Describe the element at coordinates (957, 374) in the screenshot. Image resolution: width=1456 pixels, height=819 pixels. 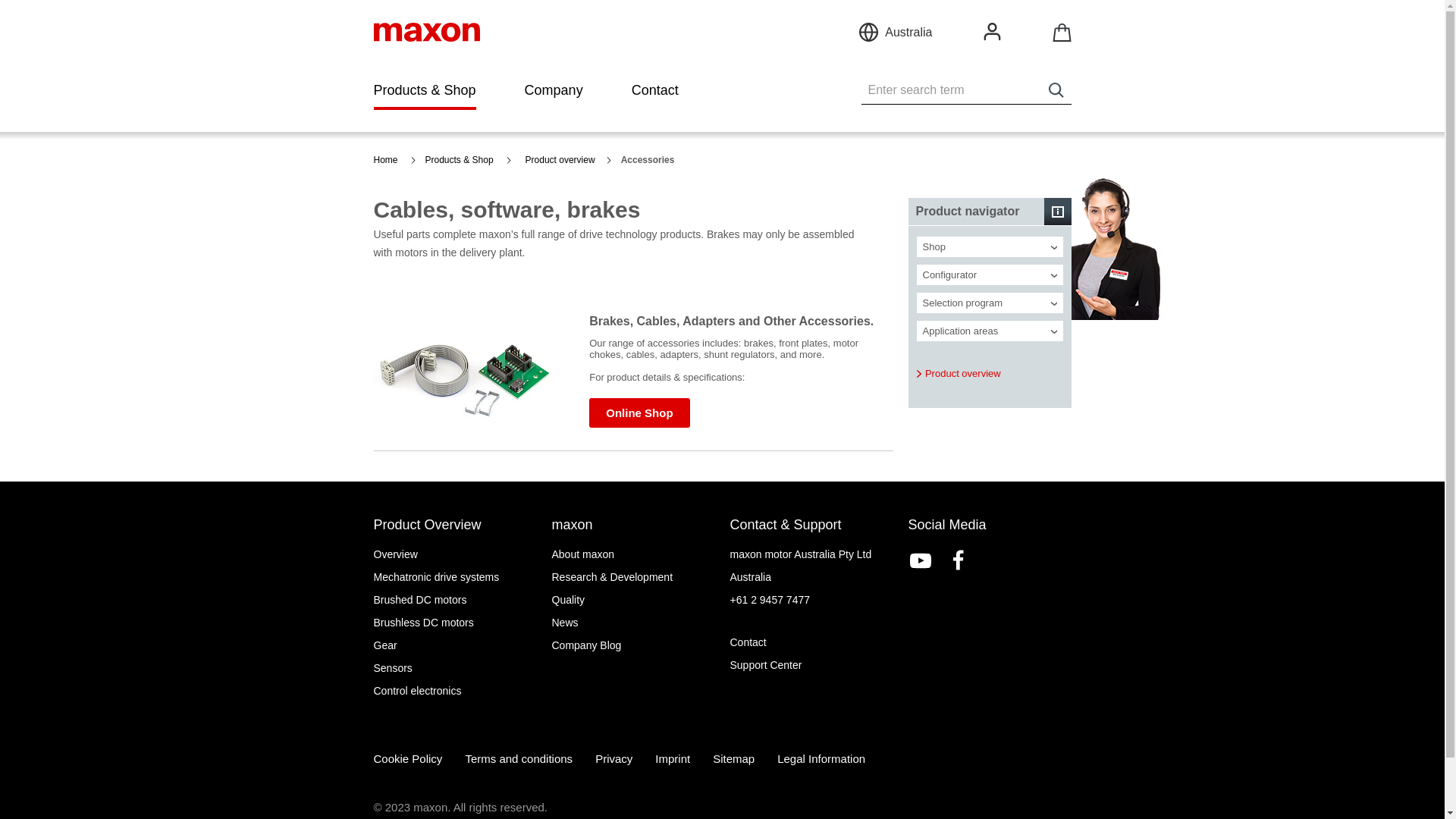
I see `'Product overview'` at that location.